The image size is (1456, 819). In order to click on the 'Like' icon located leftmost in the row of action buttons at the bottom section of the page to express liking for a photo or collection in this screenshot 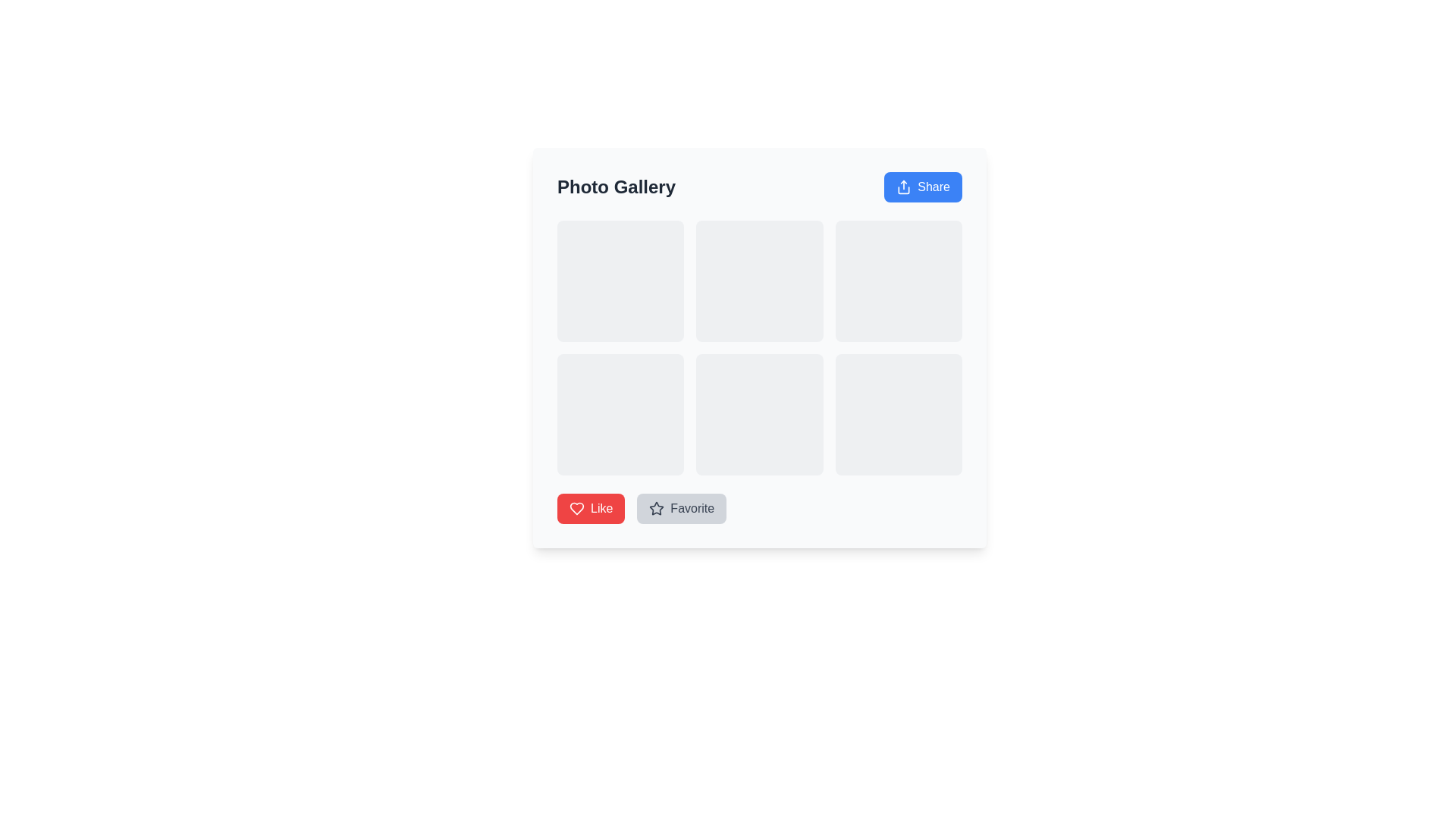, I will do `click(576, 509)`.